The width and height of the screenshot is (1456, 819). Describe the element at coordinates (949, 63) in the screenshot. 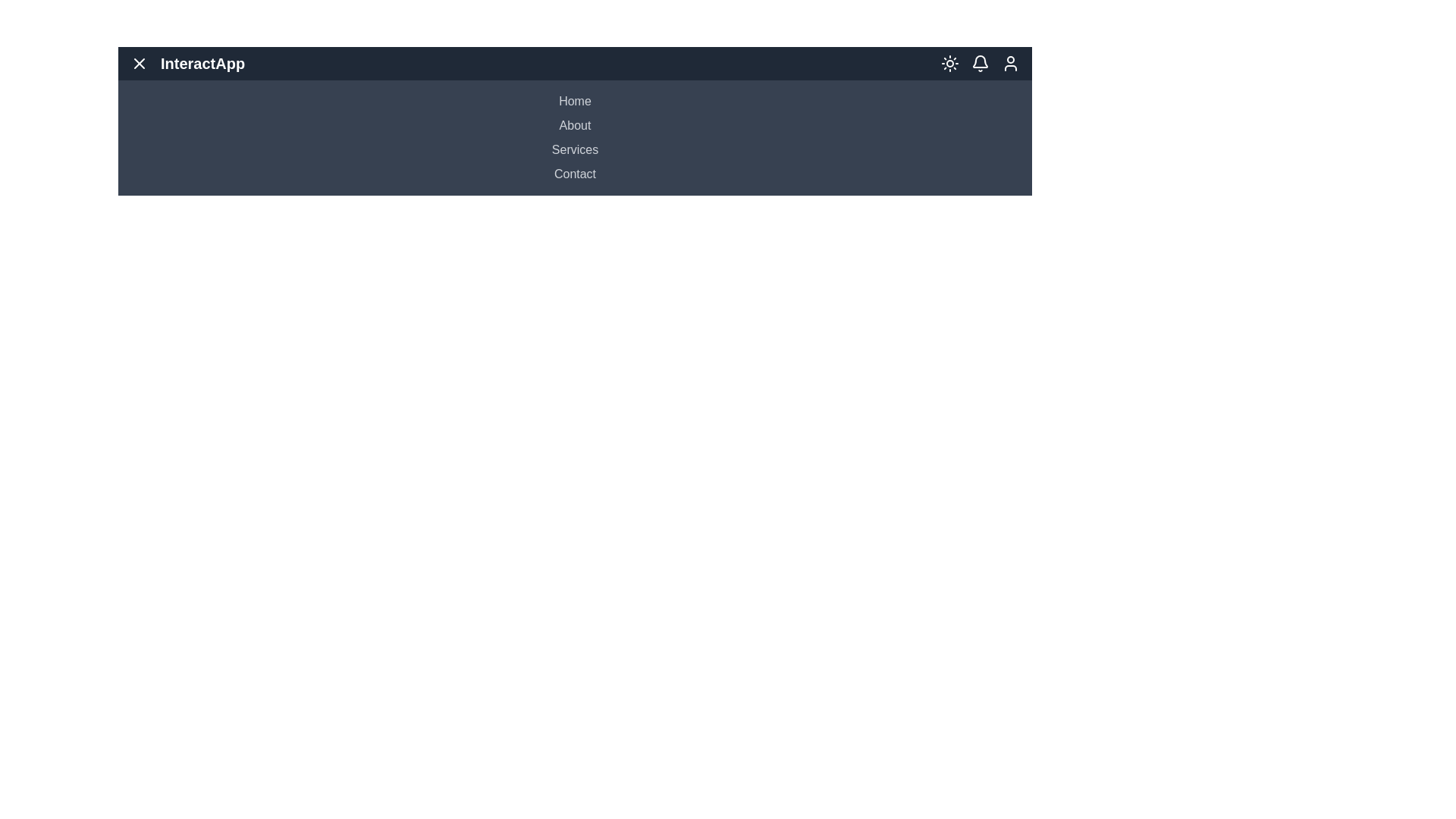

I see `the dark mode toggle button to switch between dark and light mode` at that location.